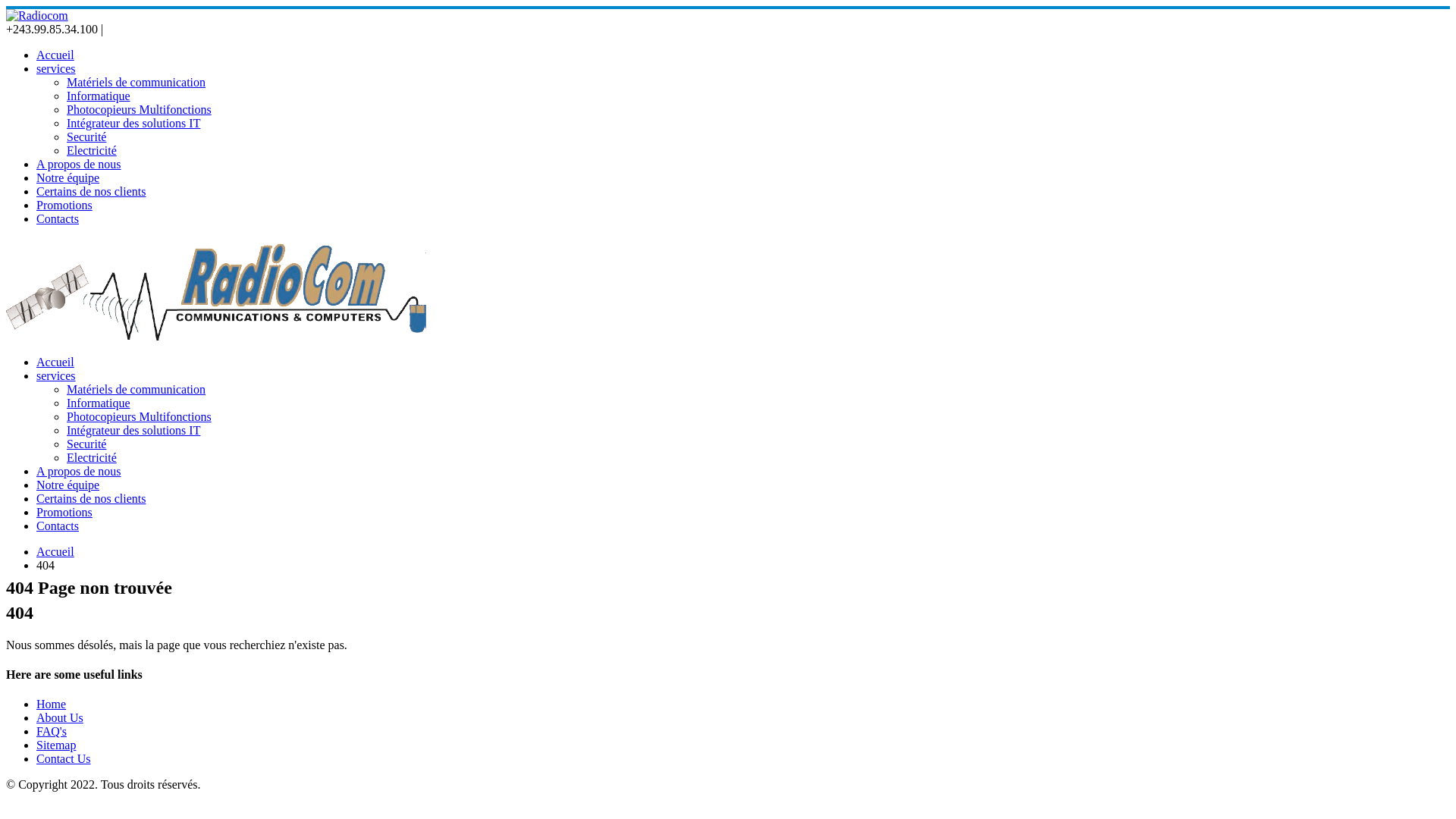 This screenshot has width=1456, height=819. Describe the element at coordinates (55, 744) in the screenshot. I see `'Sitemap'` at that location.